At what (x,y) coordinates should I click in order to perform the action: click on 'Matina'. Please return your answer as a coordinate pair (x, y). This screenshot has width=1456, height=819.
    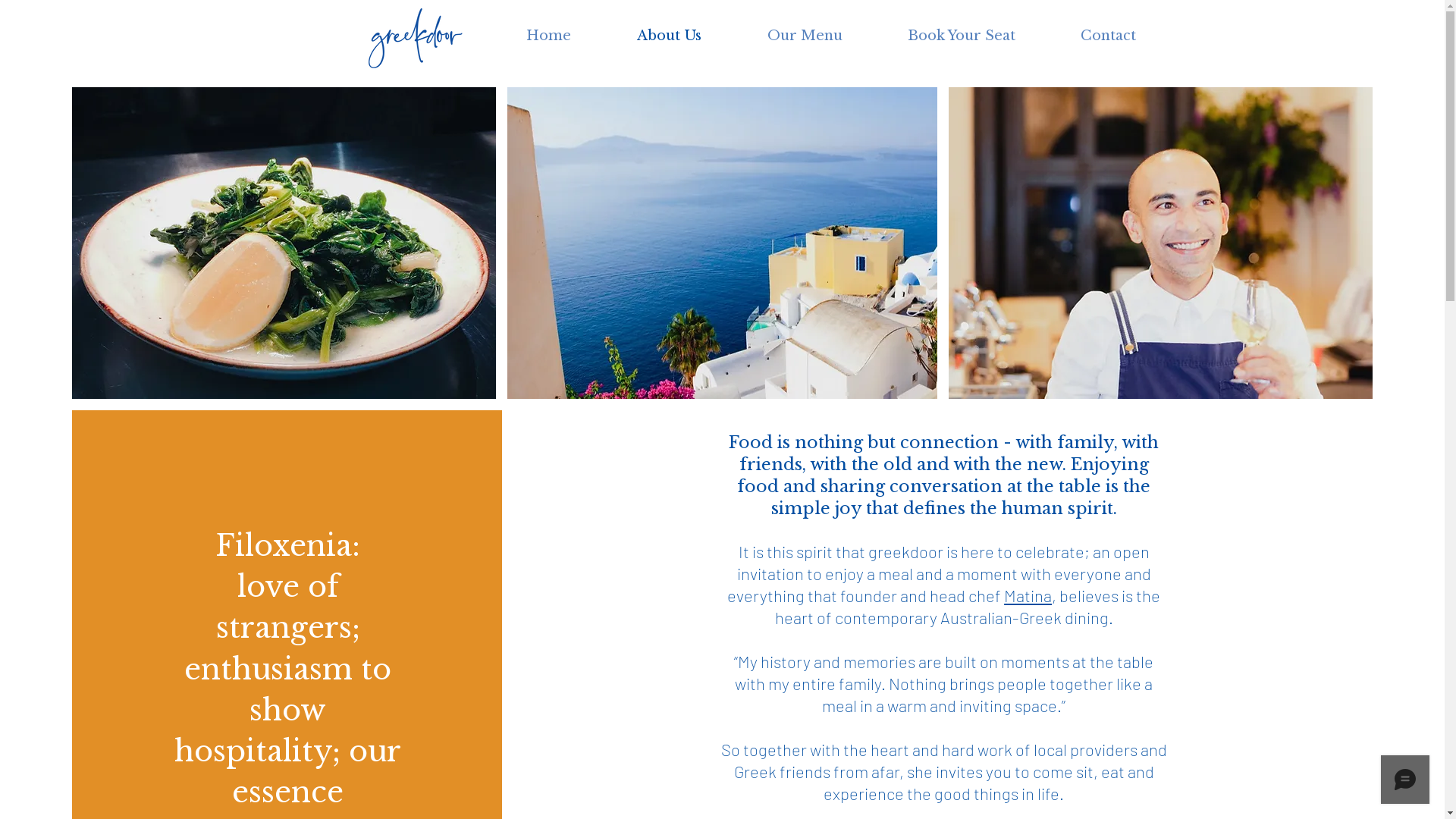
    Looking at the image, I should click on (1028, 595).